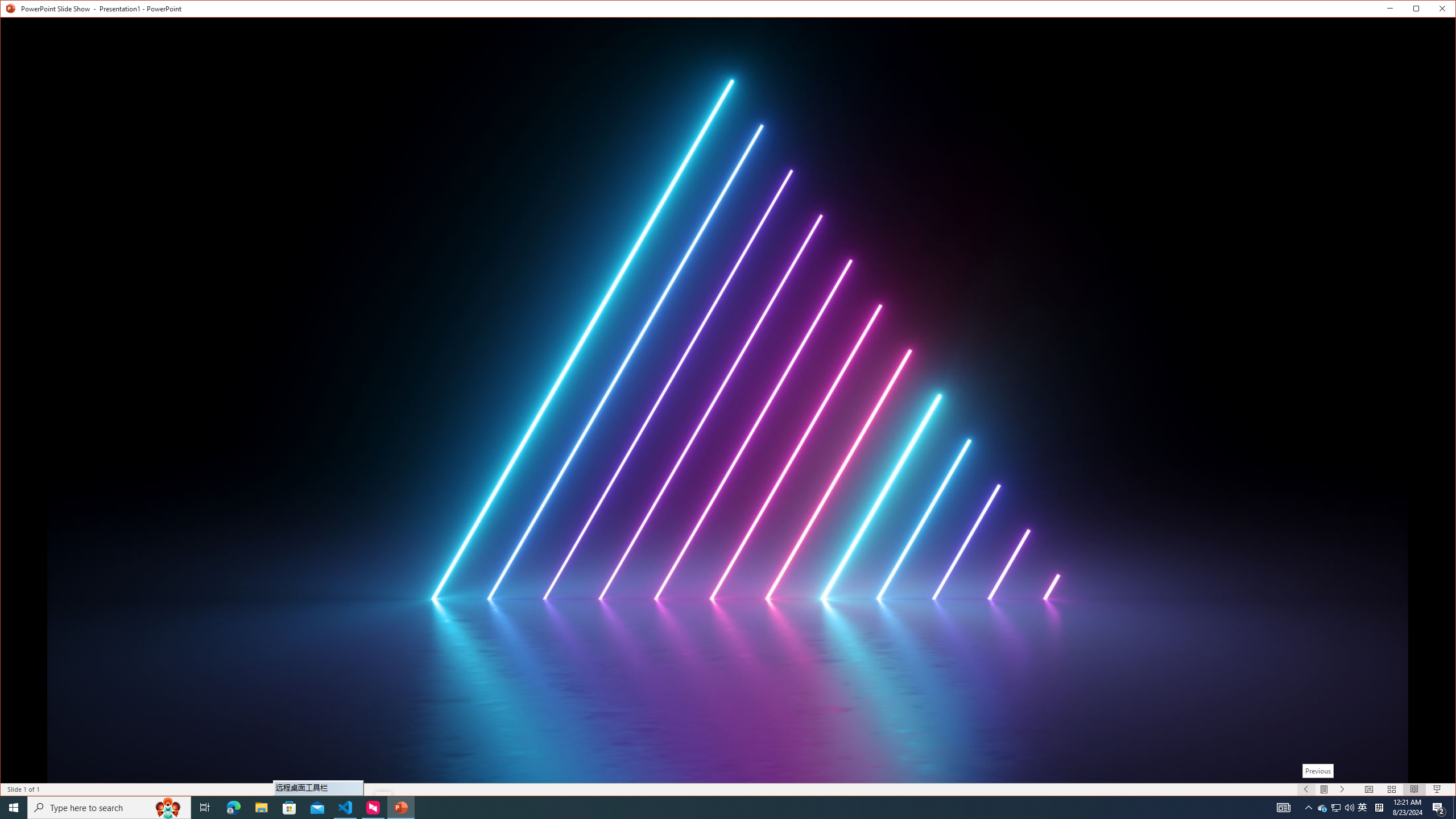  Describe the element at coordinates (1454, 806) in the screenshot. I see `'Show desktop'` at that location.